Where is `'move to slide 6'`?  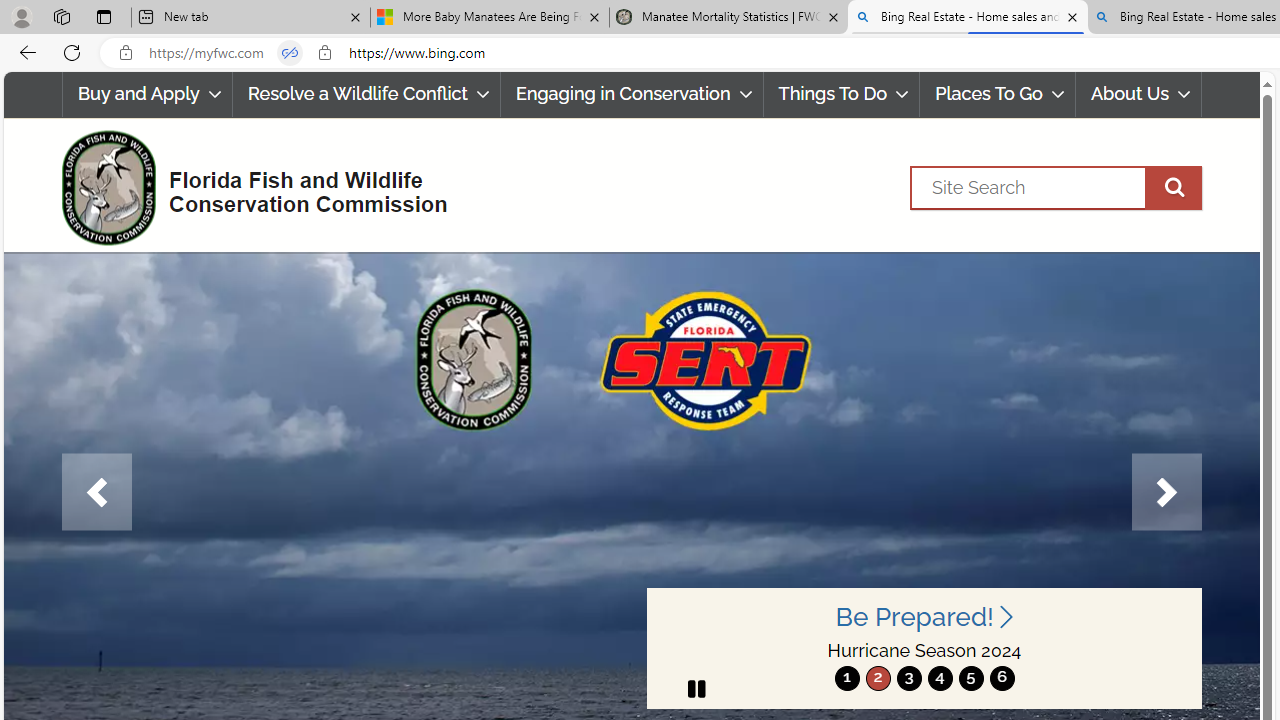
'move to slide 6' is located at coordinates (1002, 677).